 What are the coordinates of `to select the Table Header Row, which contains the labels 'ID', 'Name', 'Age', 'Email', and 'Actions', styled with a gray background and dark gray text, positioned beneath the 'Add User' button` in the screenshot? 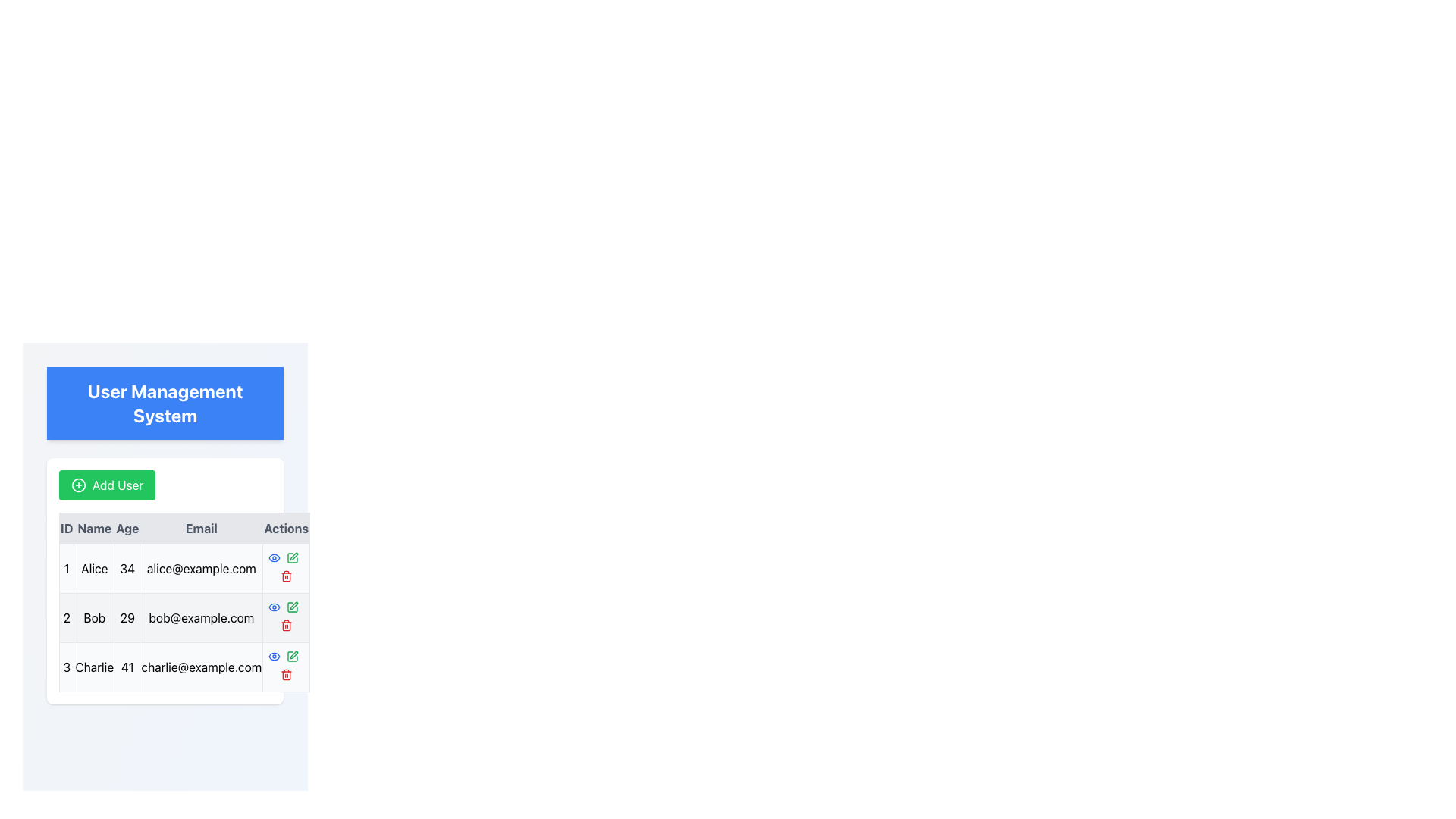 It's located at (184, 528).